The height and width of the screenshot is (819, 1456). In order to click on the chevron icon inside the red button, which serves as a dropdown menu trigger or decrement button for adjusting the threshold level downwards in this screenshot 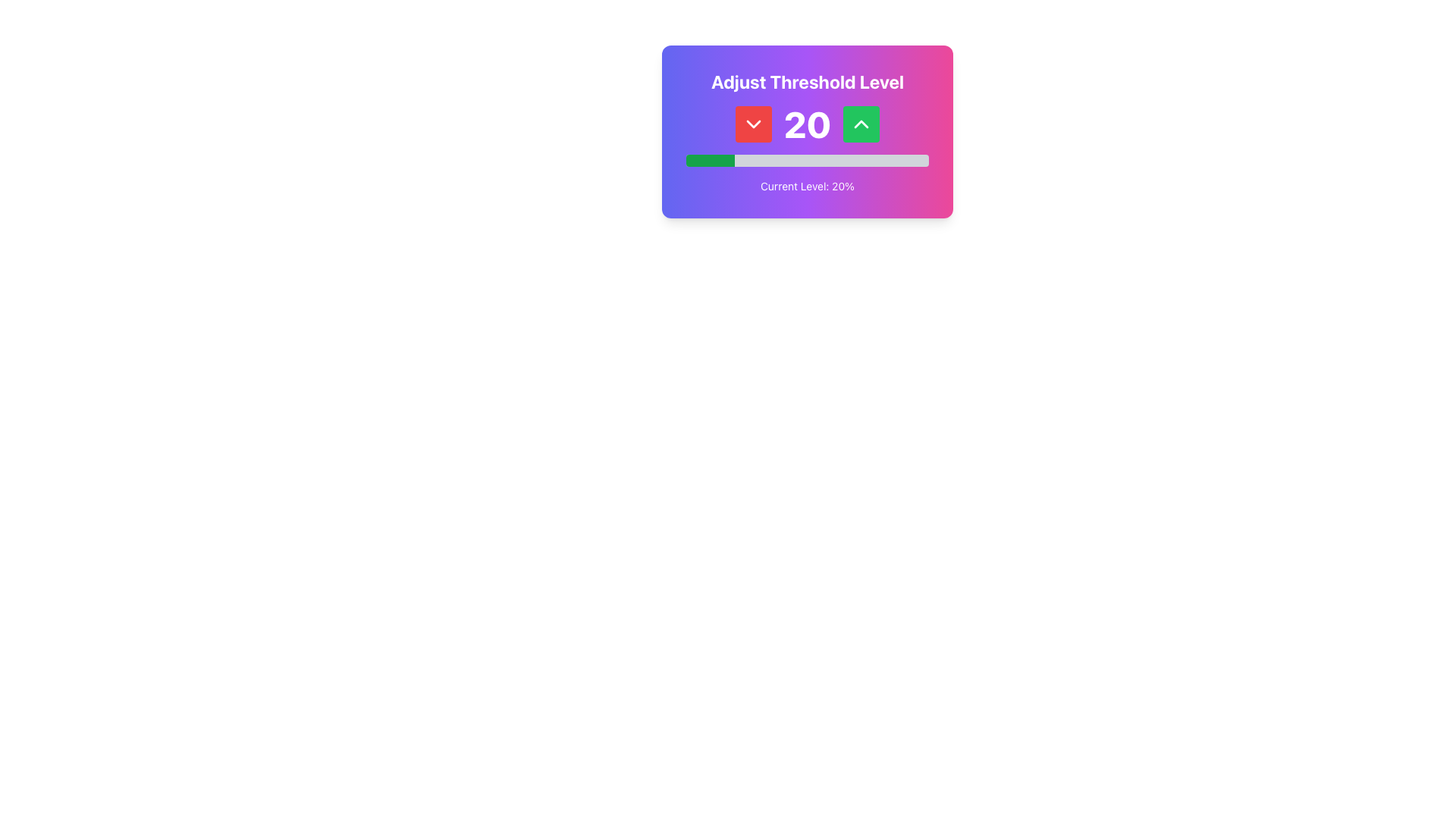, I will do `click(753, 124)`.